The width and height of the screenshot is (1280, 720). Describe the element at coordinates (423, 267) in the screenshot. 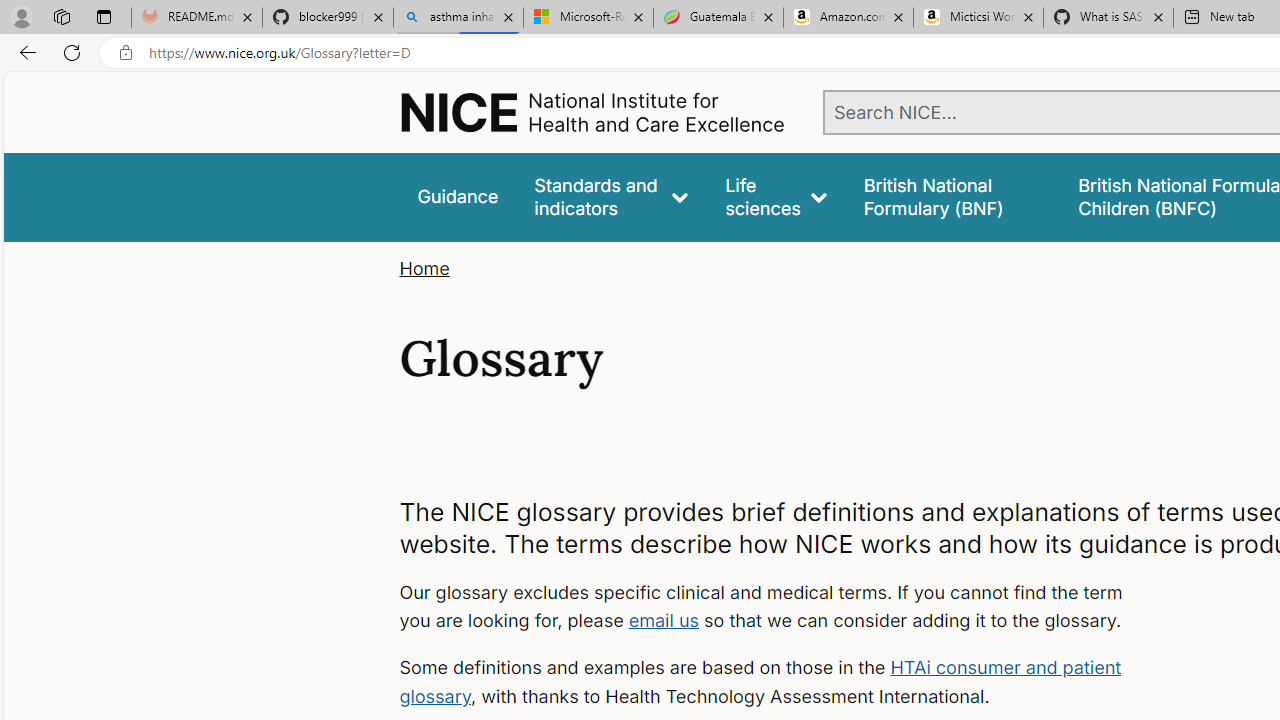

I see `'Home'` at that location.